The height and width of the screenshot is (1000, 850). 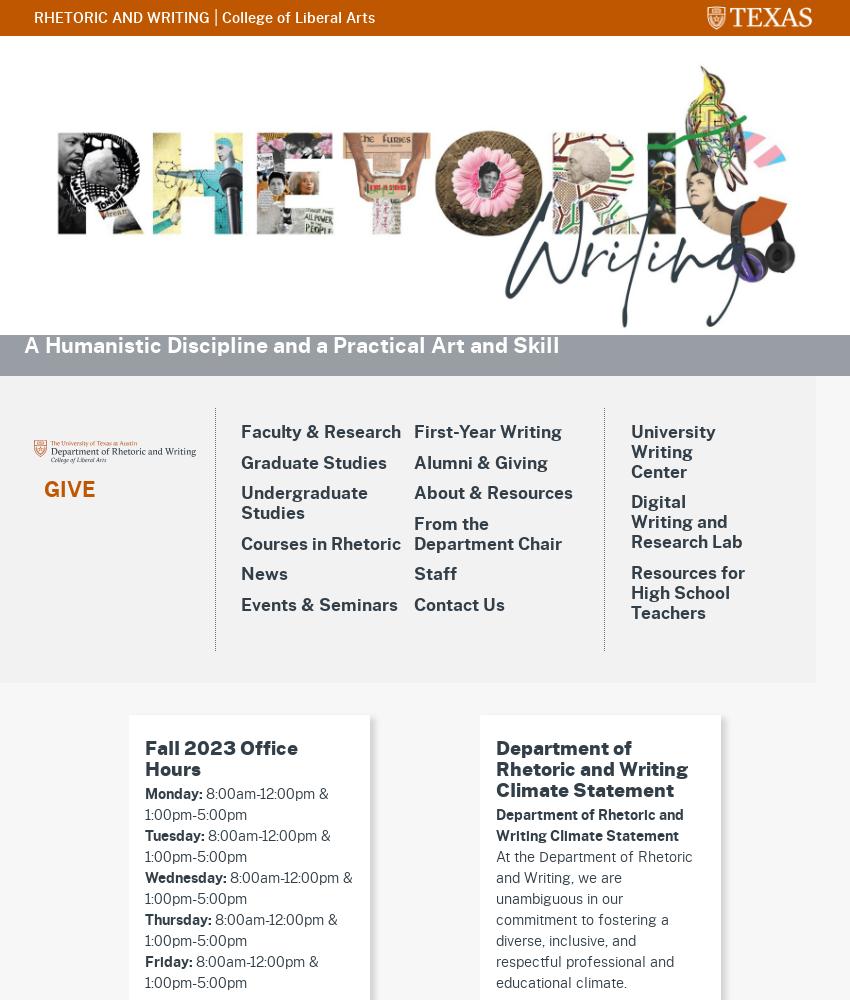 I want to click on 'A Humanistic Discipline and a Practical Art and Skill', so click(x=290, y=345).